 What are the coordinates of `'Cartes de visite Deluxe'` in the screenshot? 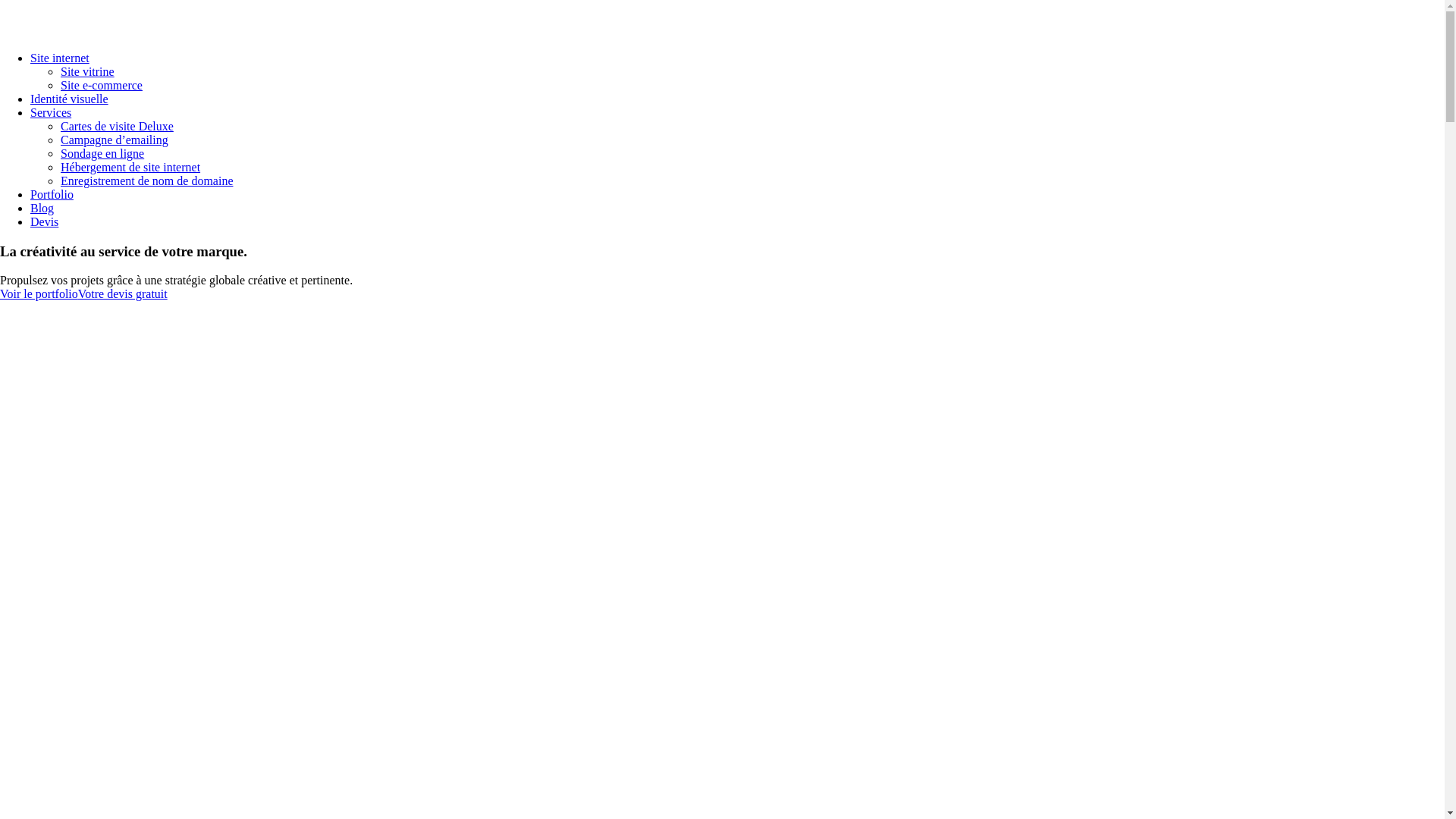 It's located at (61, 125).